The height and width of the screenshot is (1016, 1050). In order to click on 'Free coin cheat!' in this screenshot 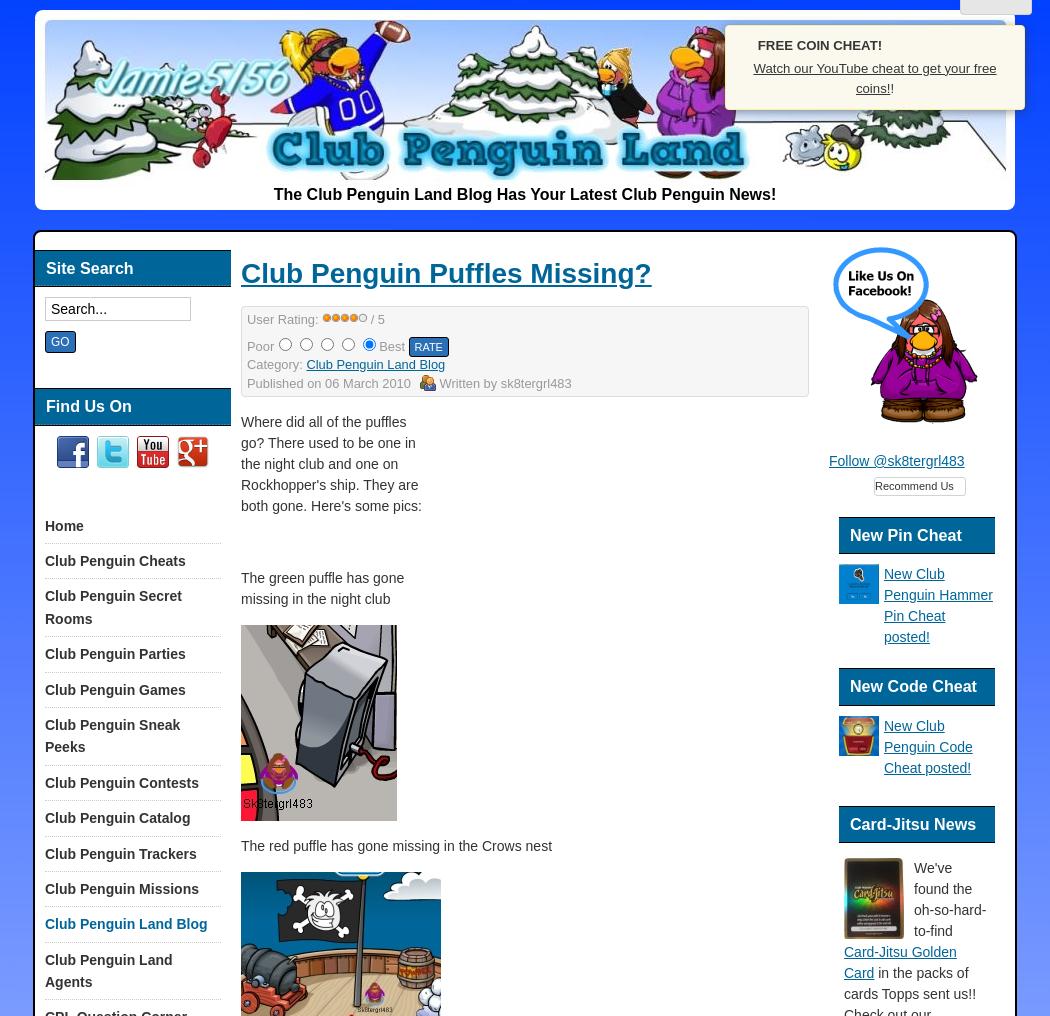, I will do `click(757, 43)`.